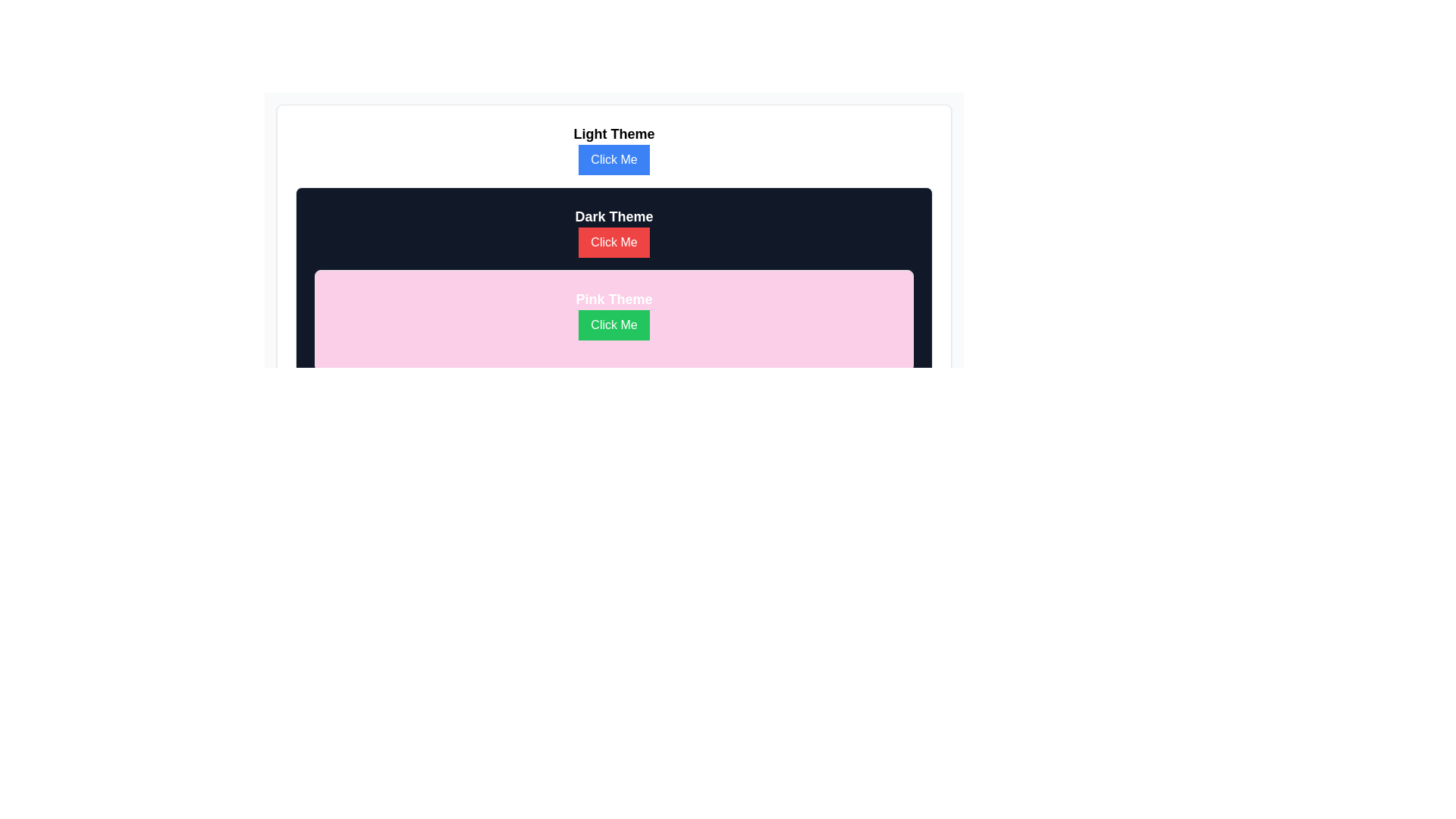 This screenshot has height=819, width=1456. What do you see at coordinates (614, 324) in the screenshot?
I see `the 'Click Me' button with a green background and white text, located in the pink-themed section to observe any hover effects` at bounding box center [614, 324].